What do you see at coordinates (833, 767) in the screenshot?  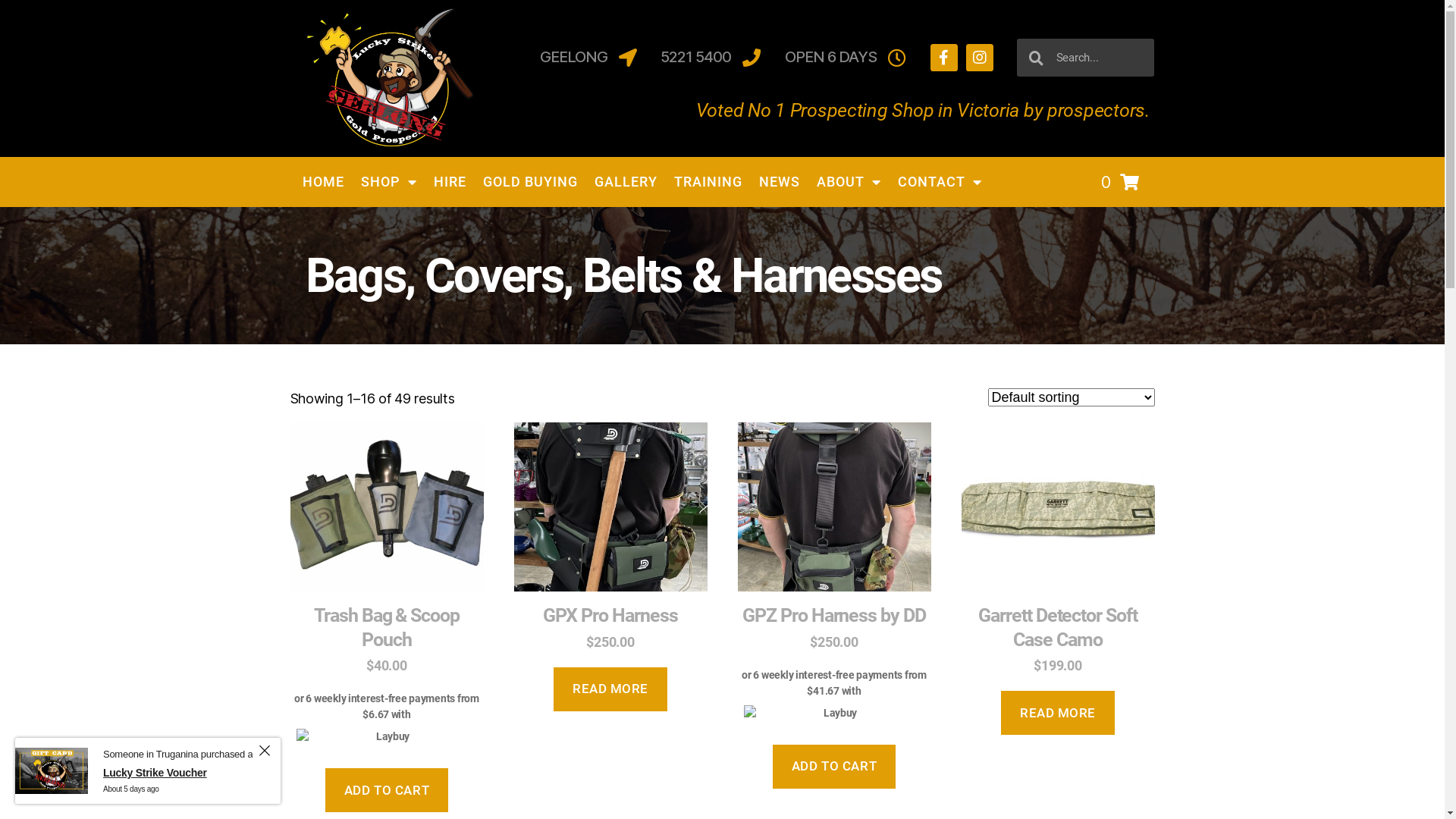 I see `'ADD TO CART'` at bounding box center [833, 767].